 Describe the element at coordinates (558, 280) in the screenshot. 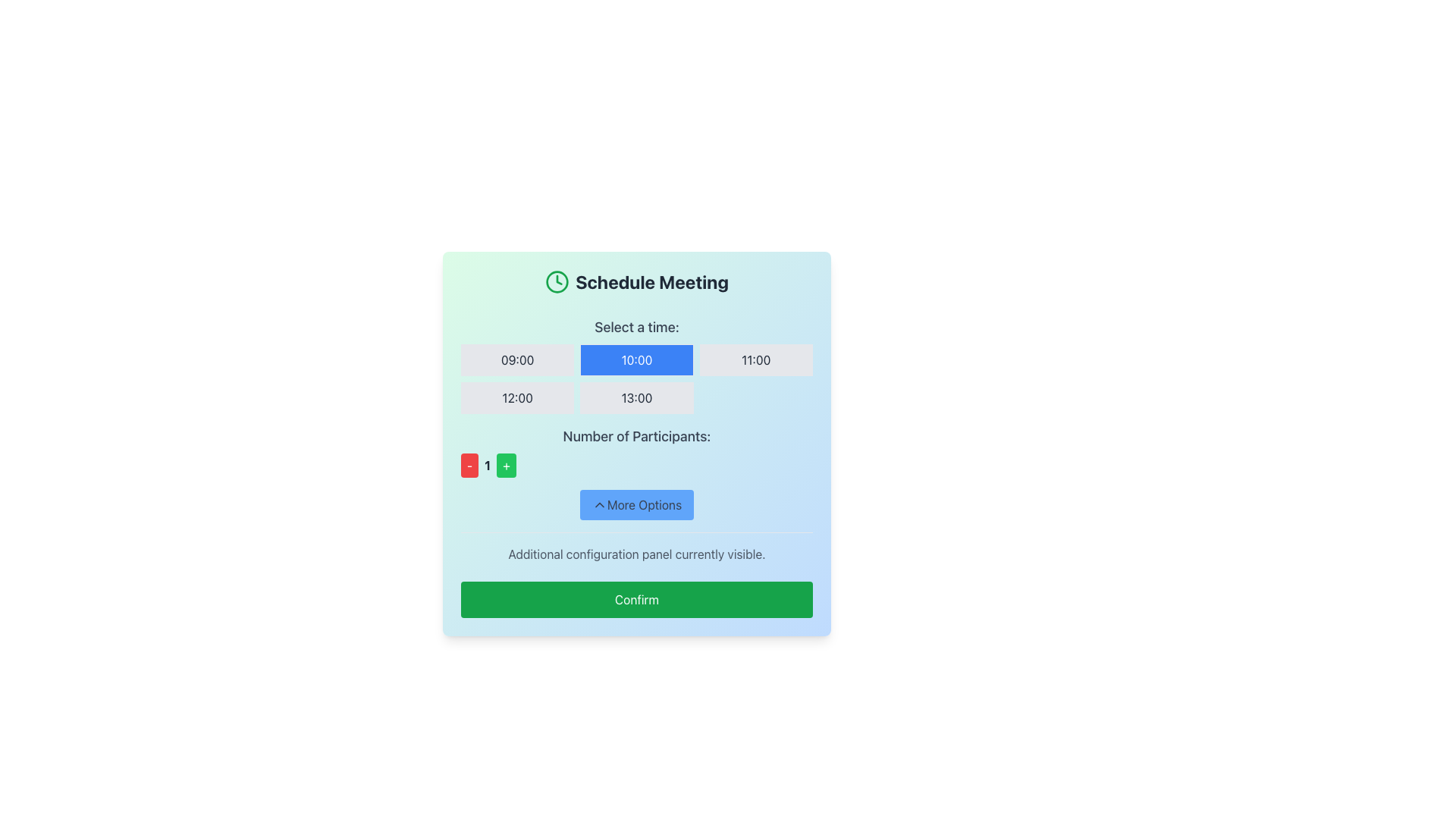

I see `the triangle element inside the circular clock icon, which resembles the hour and minute hand pointing between 6 o'clock and 3 o'clock` at that location.